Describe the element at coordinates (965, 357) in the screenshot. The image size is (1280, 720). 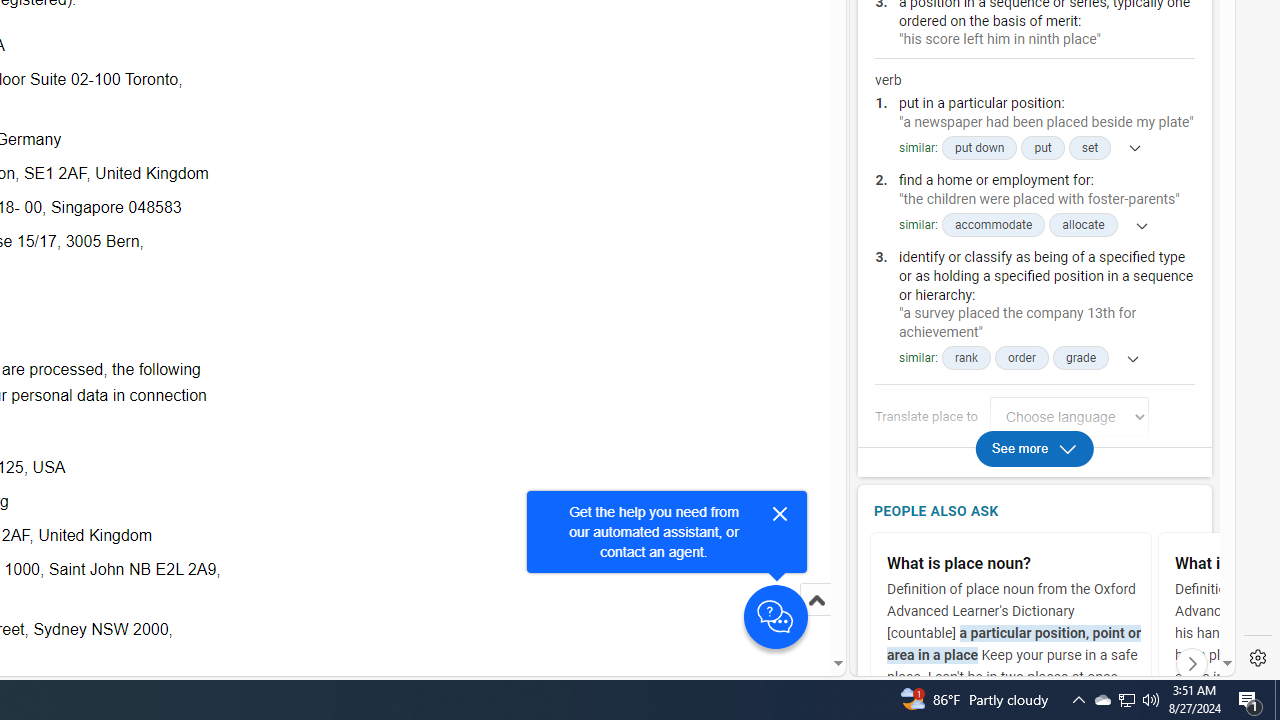
I see `'rank'` at that location.